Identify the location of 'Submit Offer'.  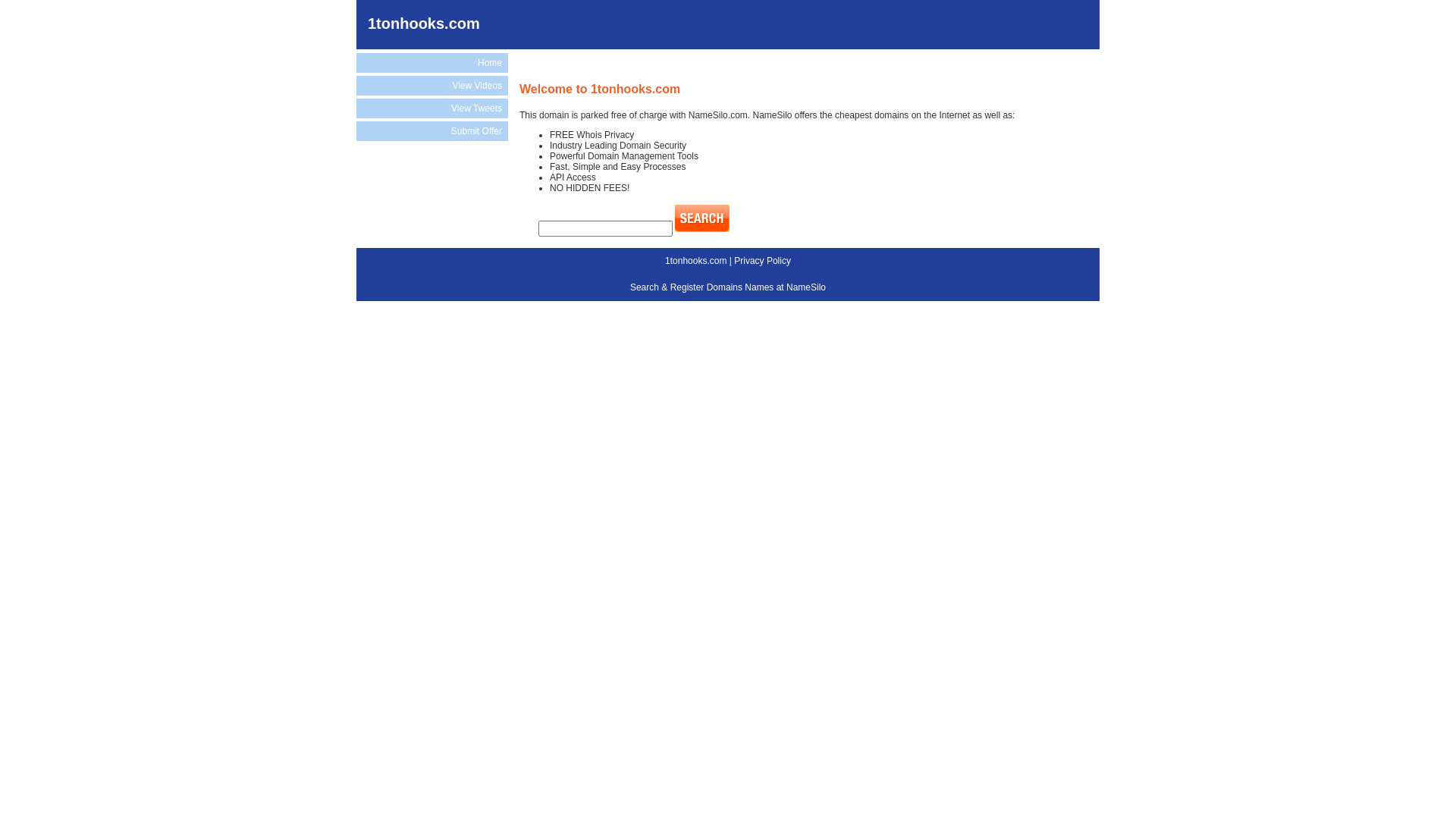
(431, 130).